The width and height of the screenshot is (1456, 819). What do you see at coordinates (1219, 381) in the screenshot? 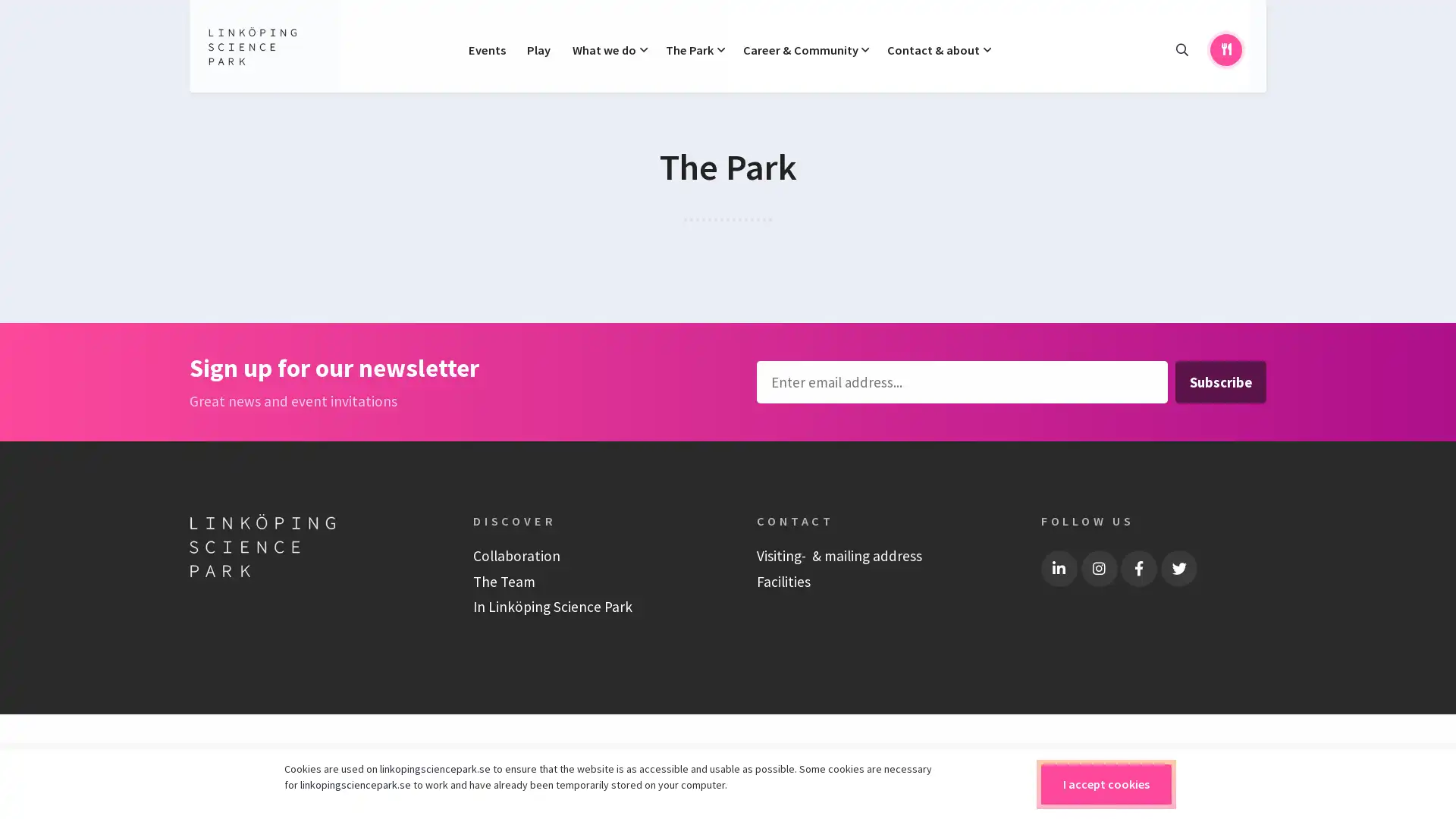
I see `Subscribe` at bounding box center [1219, 381].